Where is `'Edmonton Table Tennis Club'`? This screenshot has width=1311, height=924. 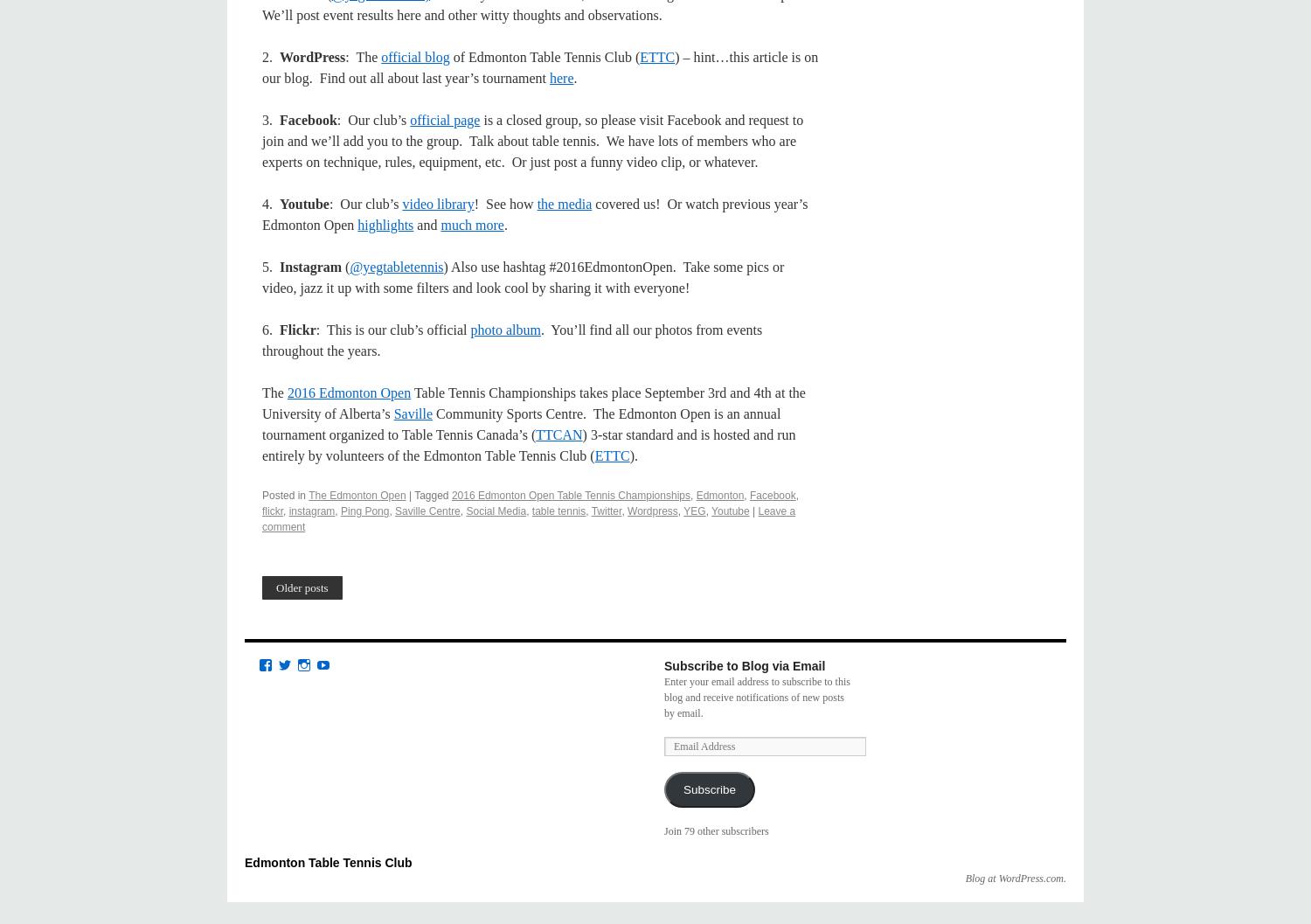
'Edmonton Table Tennis Club' is located at coordinates (328, 862).